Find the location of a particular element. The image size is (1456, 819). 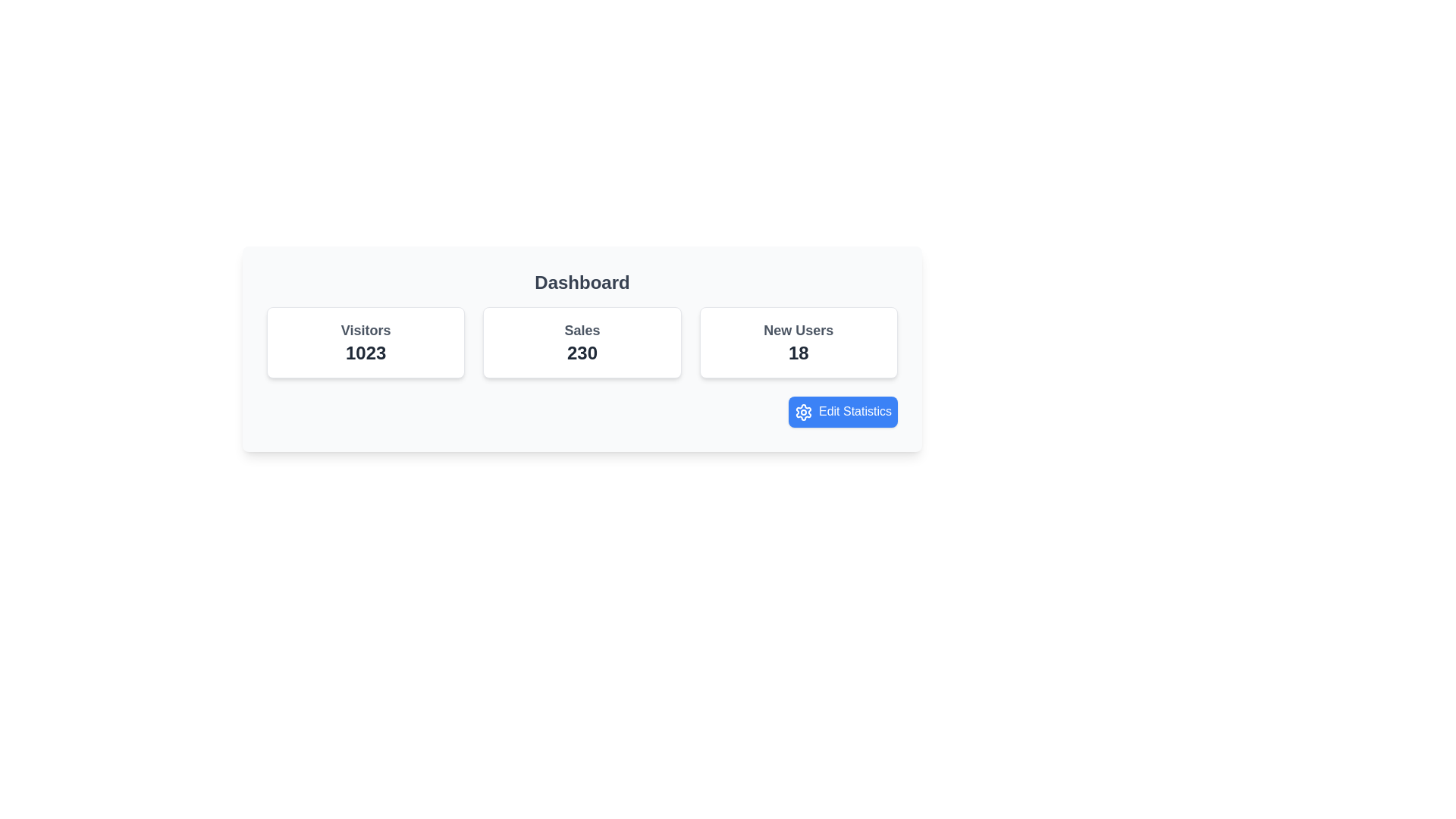

displayed number '1023' on the information card labeled 'Visitors', which is the first card in a horizontal row of three cards is located at coordinates (366, 342).